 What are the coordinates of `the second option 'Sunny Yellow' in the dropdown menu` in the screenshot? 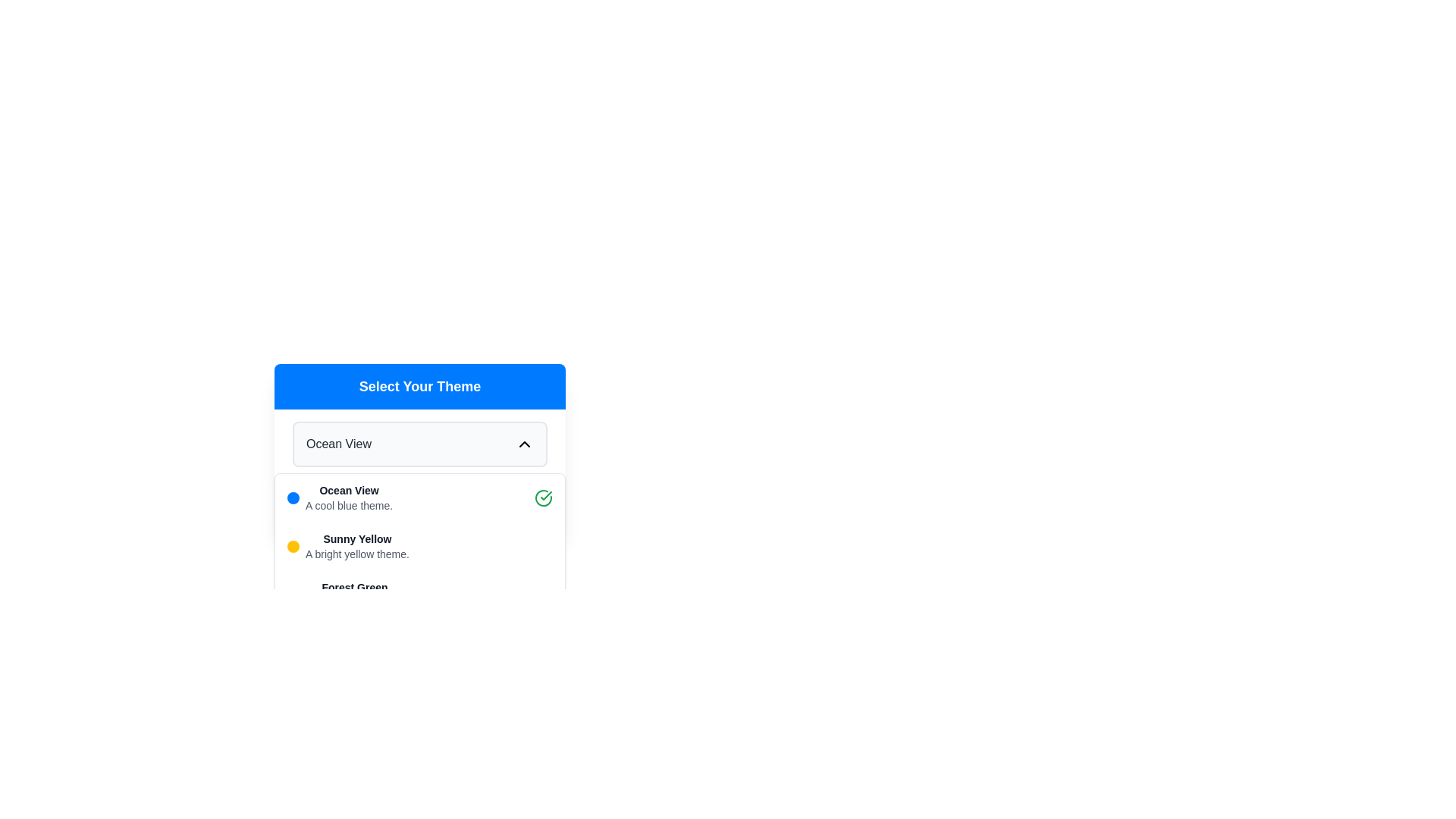 It's located at (419, 547).